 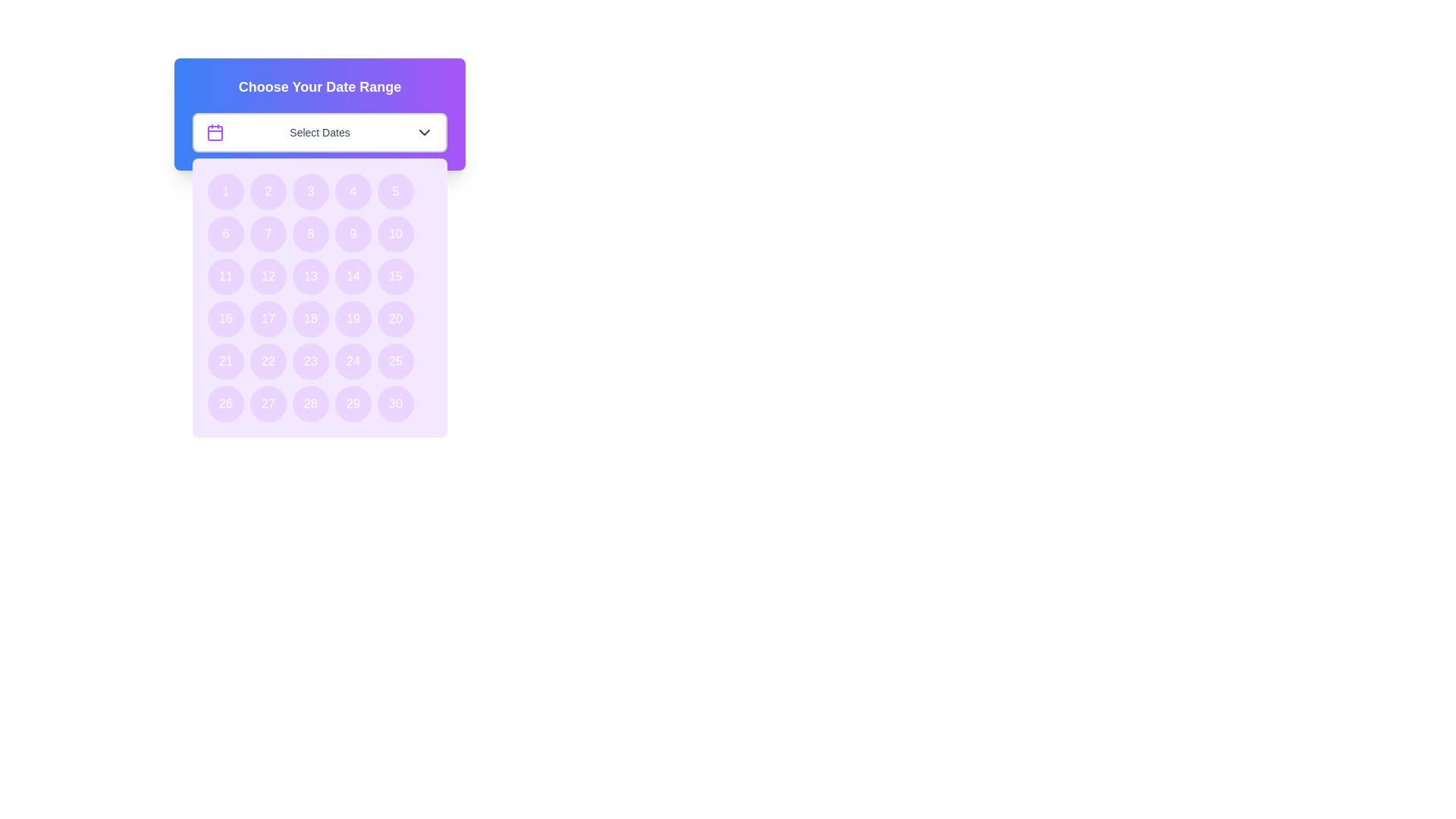 I want to click on the rounded purple button labeled '15' located in the fifth column of the third row under the 'Choose Your Date Range' section, so click(x=396, y=277).